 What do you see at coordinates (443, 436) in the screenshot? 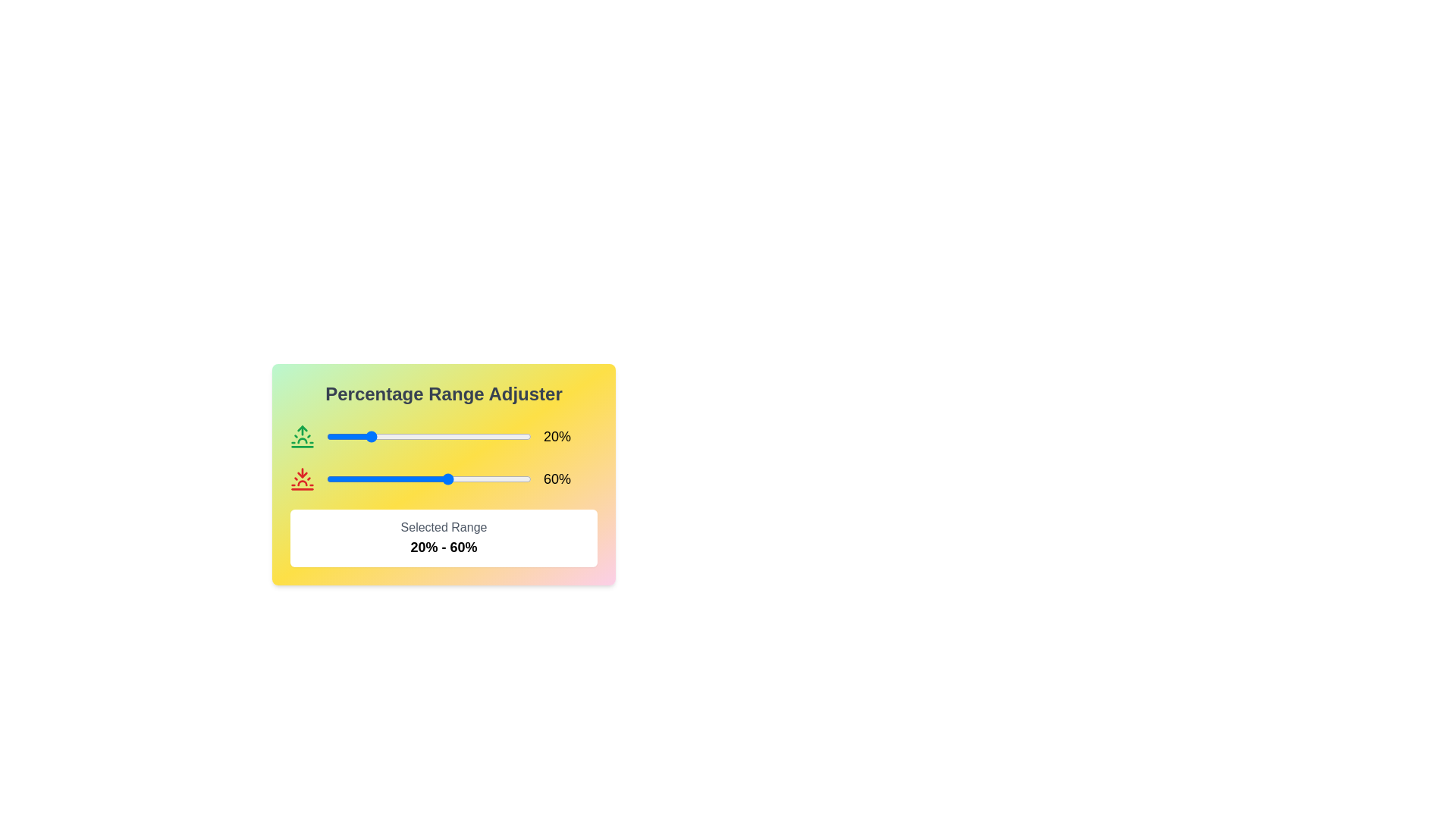
I see `the track of the slider to reposition the handle, which is located below the heading 'Percentage Range Adjuster' and above the '60%' slider` at bounding box center [443, 436].